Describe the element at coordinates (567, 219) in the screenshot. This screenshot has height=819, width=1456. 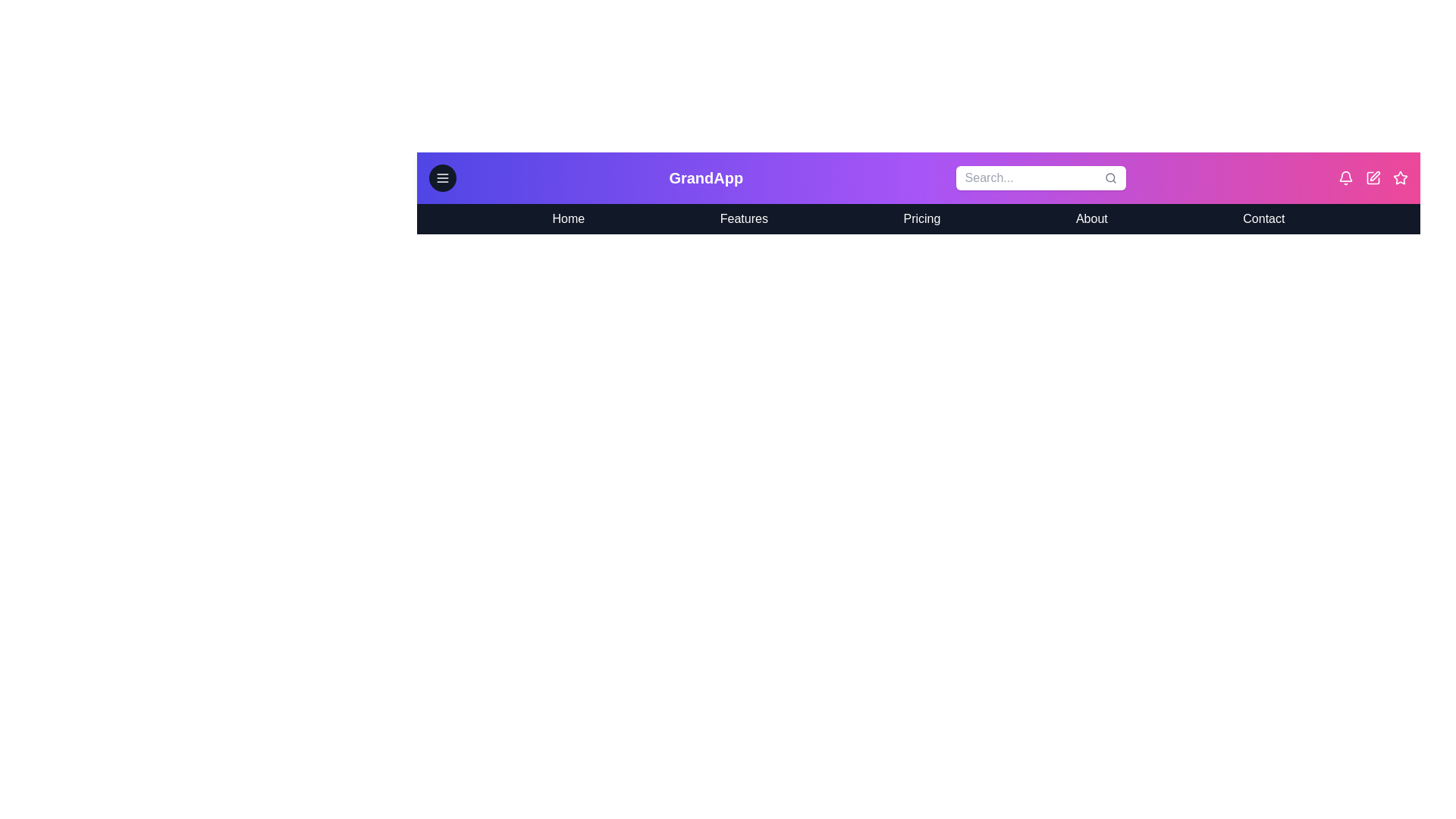
I see `the navigation menu item labeled Home` at that location.